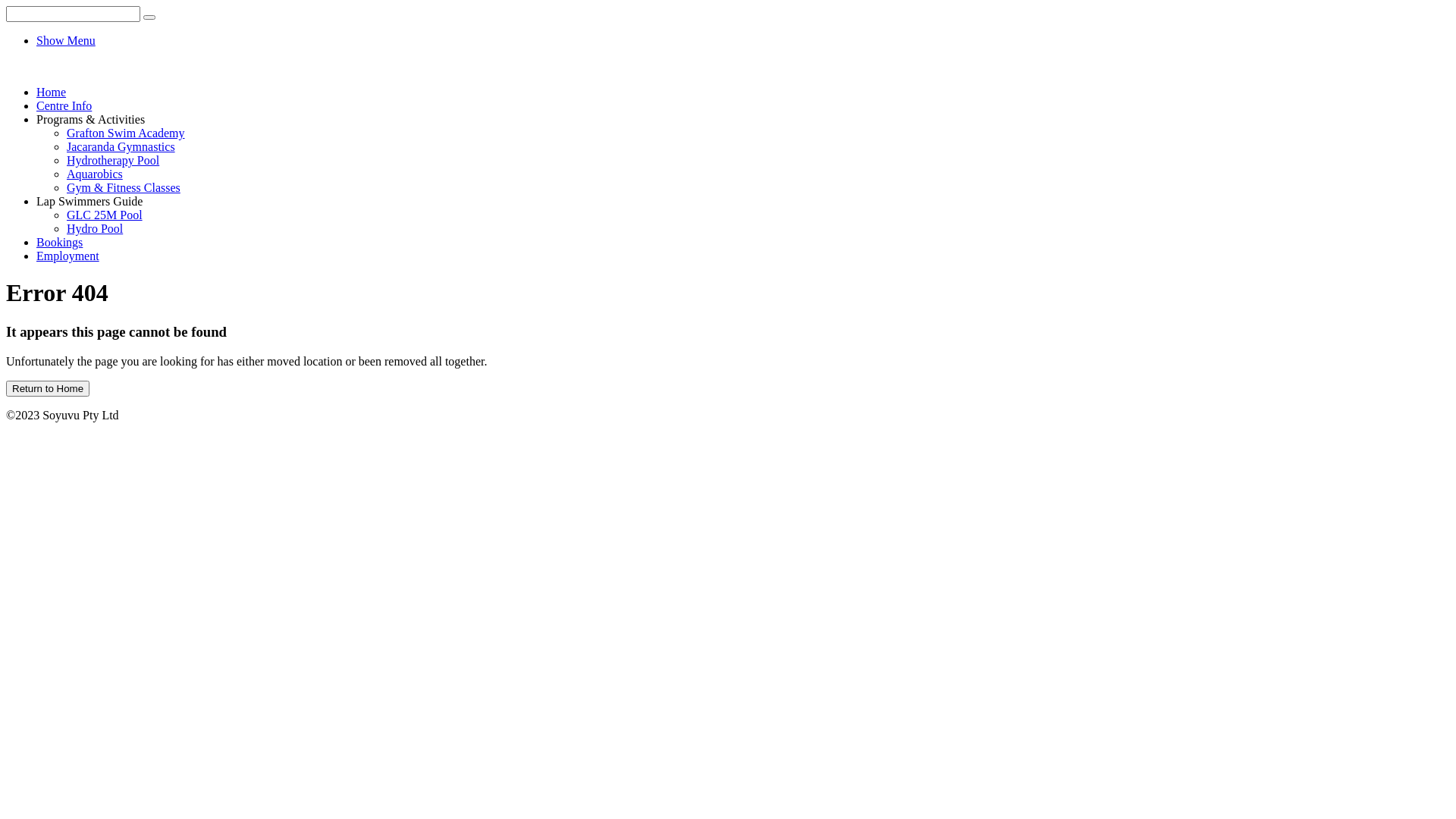 Image resolution: width=1456 pixels, height=819 pixels. Describe the element at coordinates (89, 118) in the screenshot. I see `'Programs & Activities'` at that location.